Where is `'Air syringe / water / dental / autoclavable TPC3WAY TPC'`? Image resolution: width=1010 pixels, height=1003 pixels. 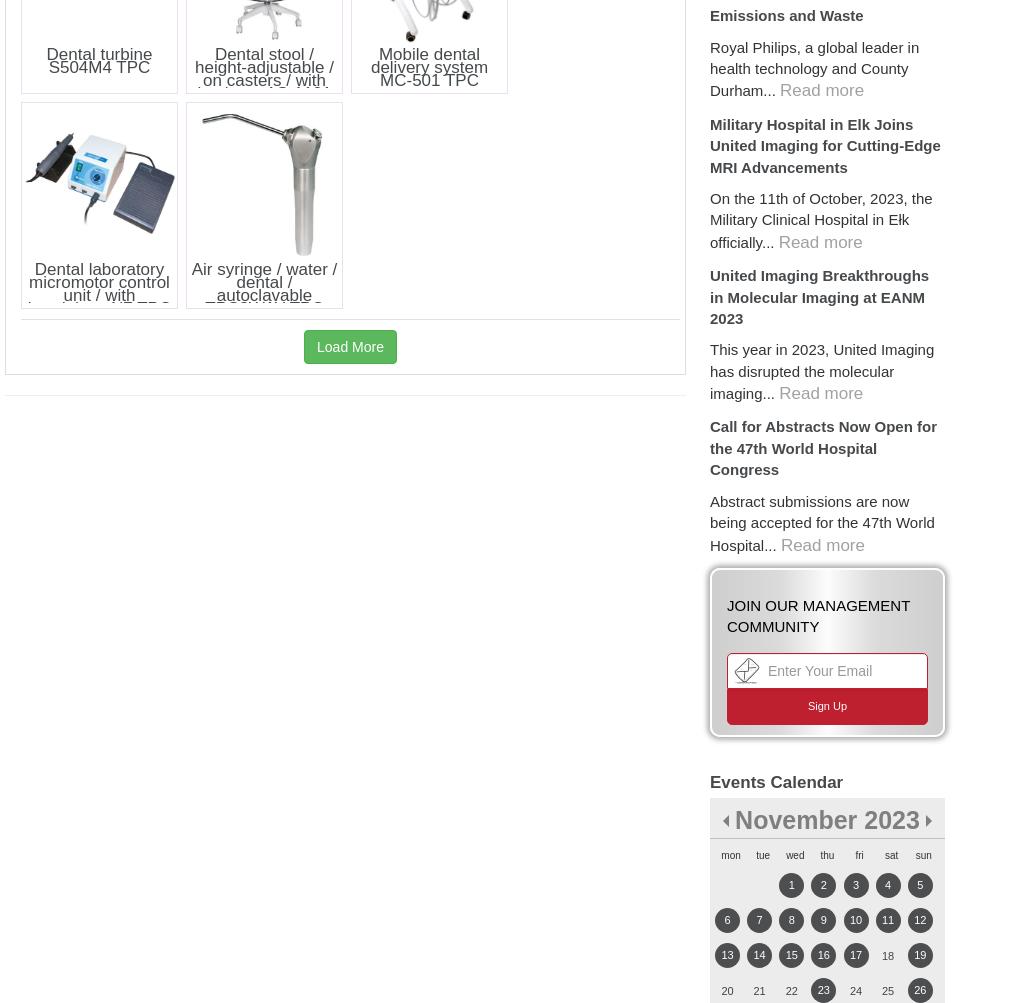
'Air syringe / water / dental / autoclavable TPC3WAY TPC' is located at coordinates (264, 287).